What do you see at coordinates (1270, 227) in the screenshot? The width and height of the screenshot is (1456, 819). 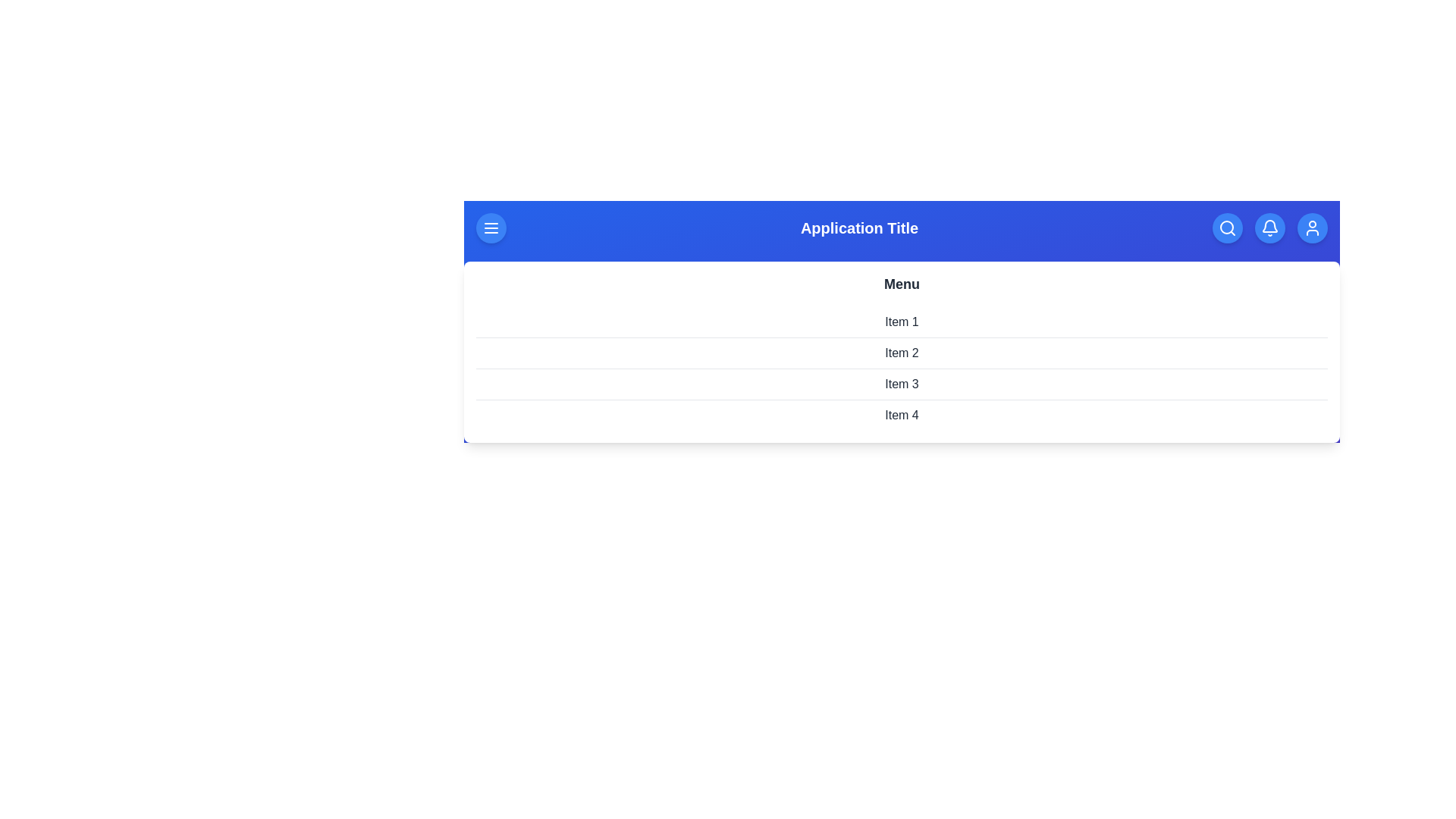 I see `the button labeled Notifications to observe its hover effect` at bounding box center [1270, 227].